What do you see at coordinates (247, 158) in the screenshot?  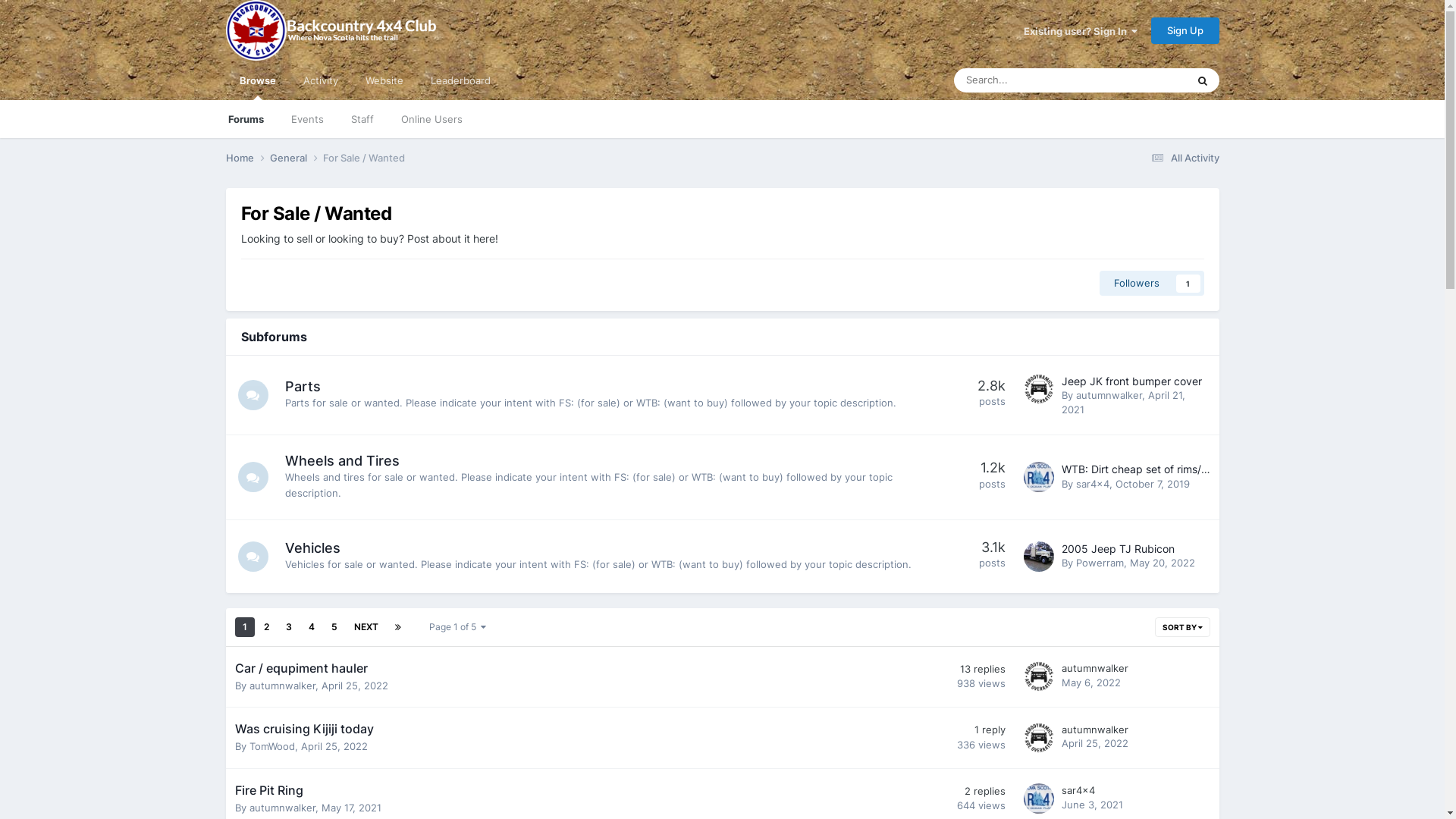 I see `'Home'` at bounding box center [247, 158].